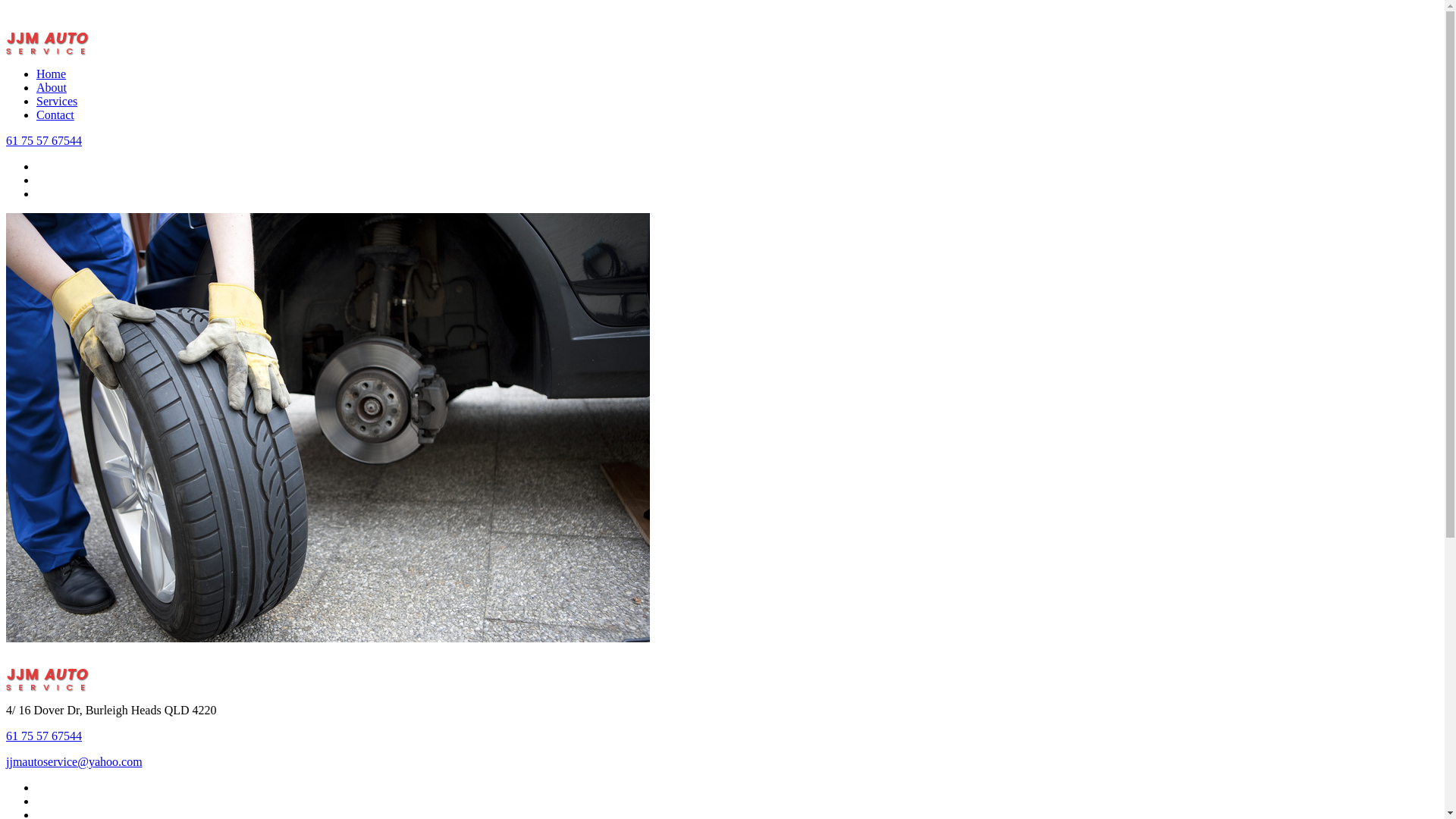 Image resolution: width=1456 pixels, height=819 pixels. Describe the element at coordinates (43, 140) in the screenshot. I see `'61 75 57 67544'` at that location.